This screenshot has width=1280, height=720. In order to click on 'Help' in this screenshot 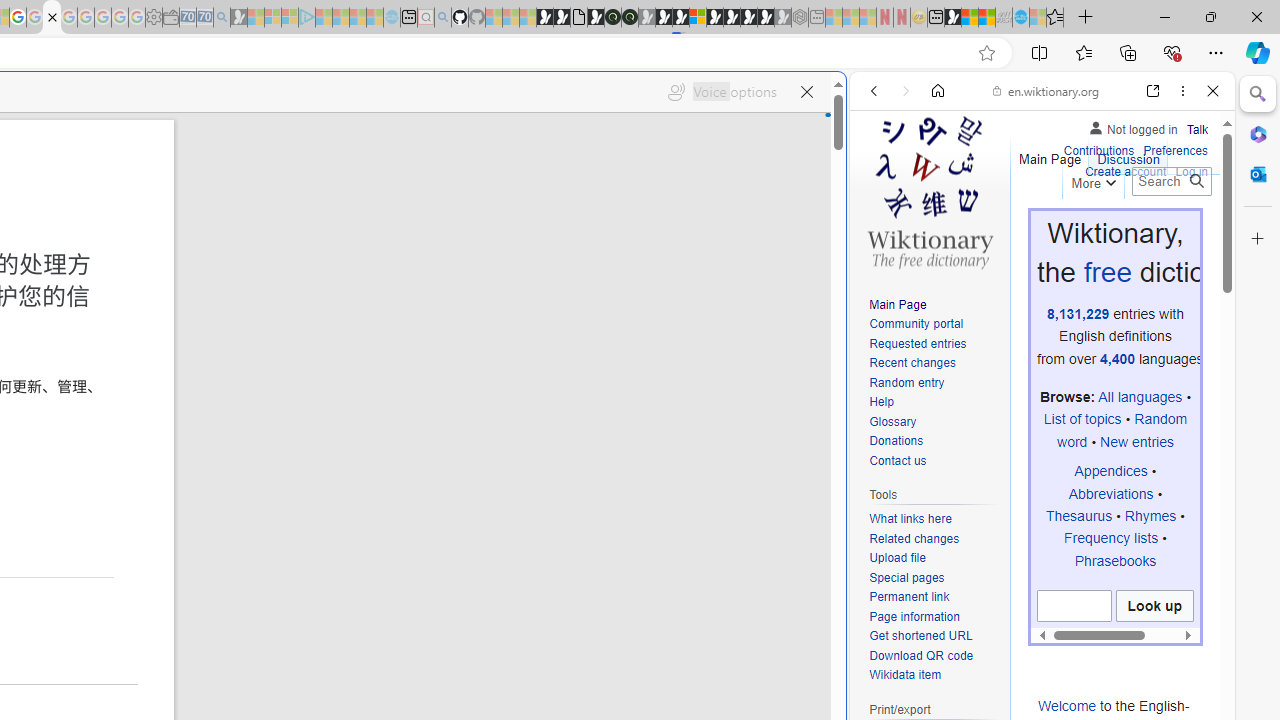, I will do `click(880, 402)`.